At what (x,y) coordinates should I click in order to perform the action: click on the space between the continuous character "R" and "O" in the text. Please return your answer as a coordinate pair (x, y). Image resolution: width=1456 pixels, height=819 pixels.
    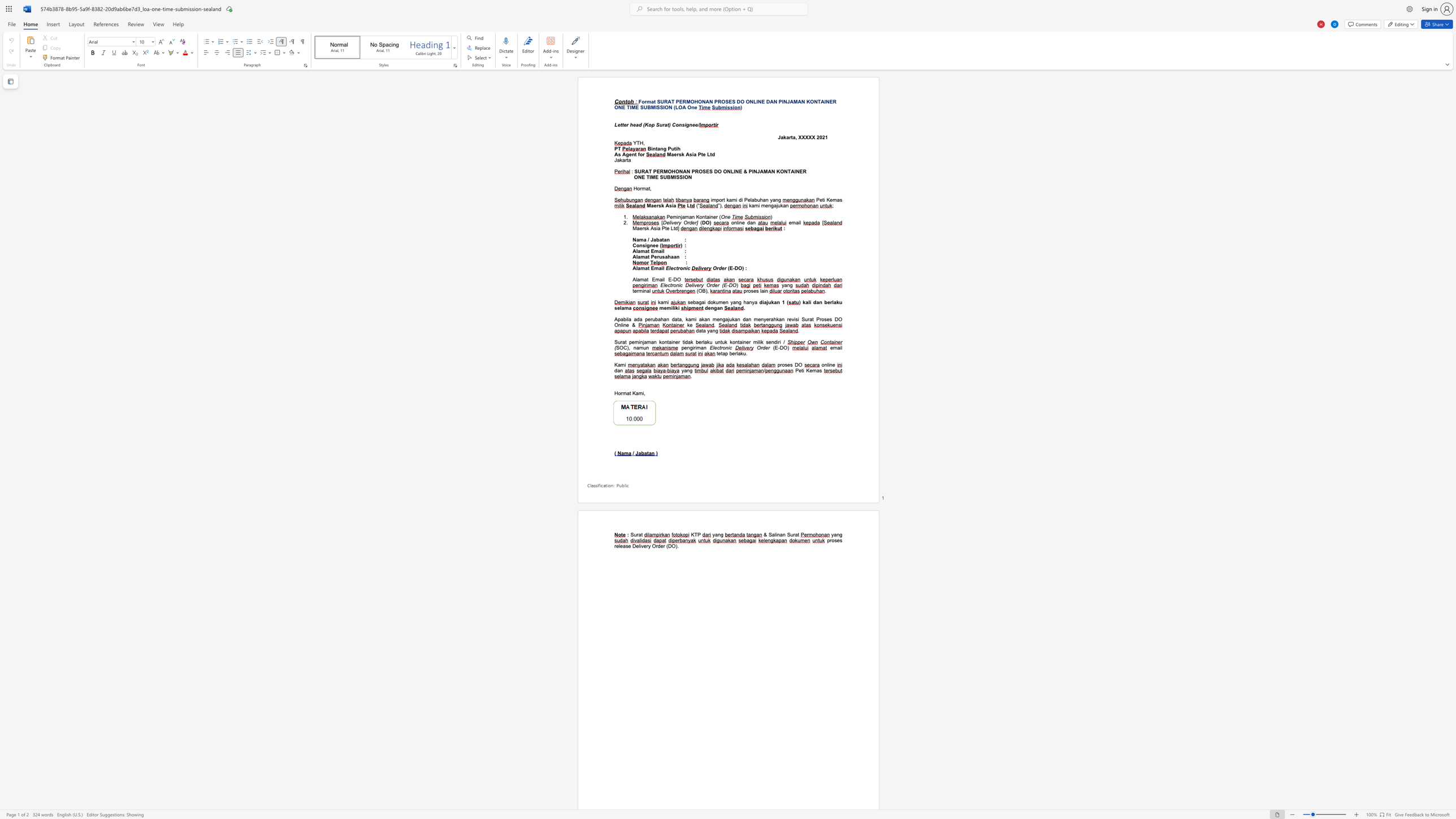
    Looking at the image, I should click on (697, 171).